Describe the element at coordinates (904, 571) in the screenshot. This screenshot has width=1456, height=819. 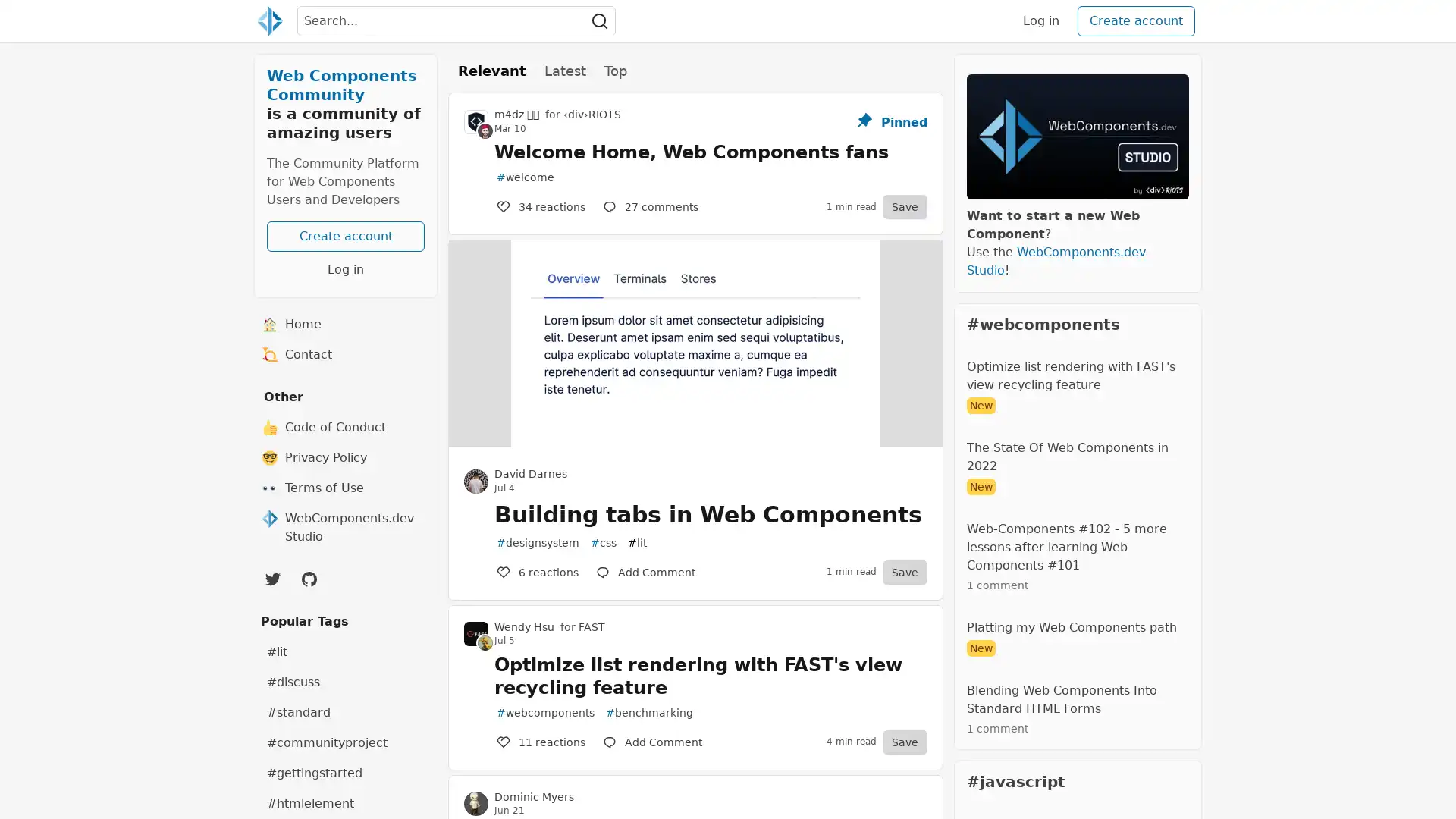
I see `Save to reading list` at that location.